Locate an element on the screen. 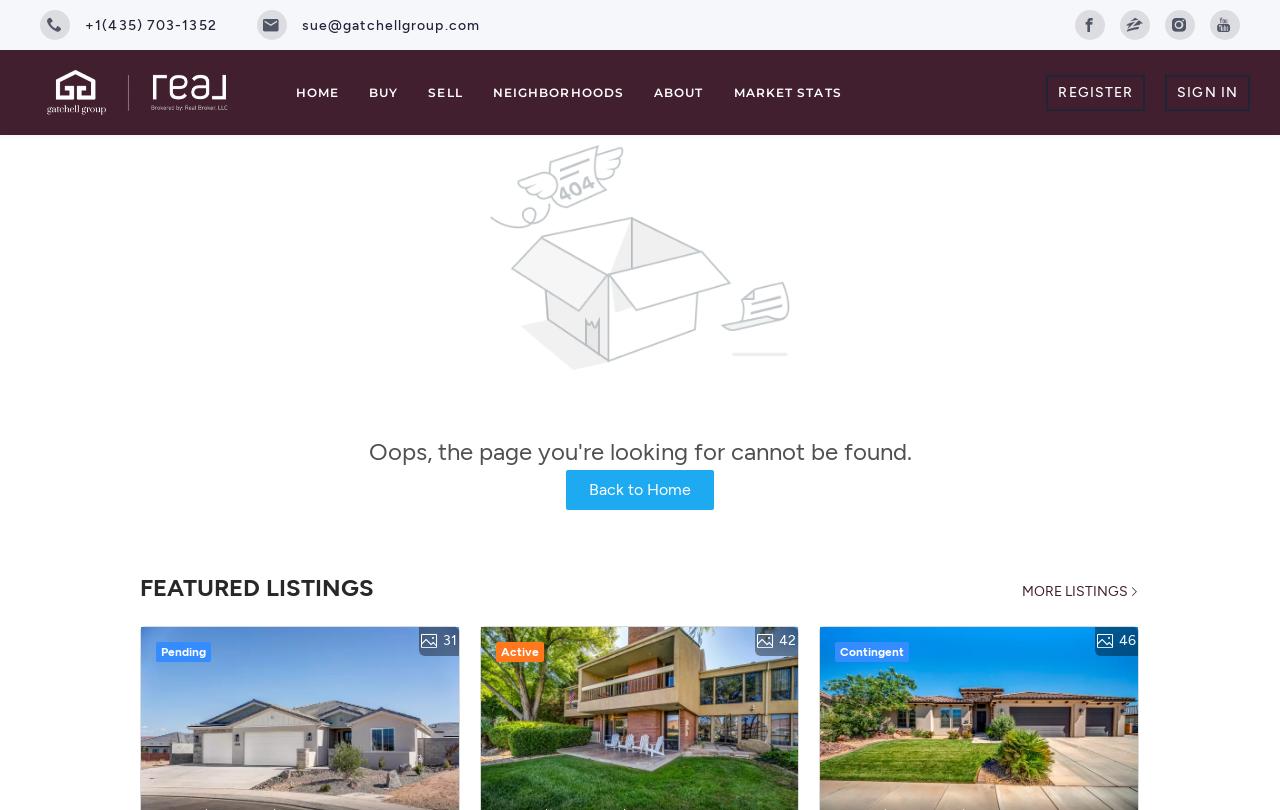 The height and width of the screenshot is (810, 1280). 'Sign In' is located at coordinates (1206, 91).